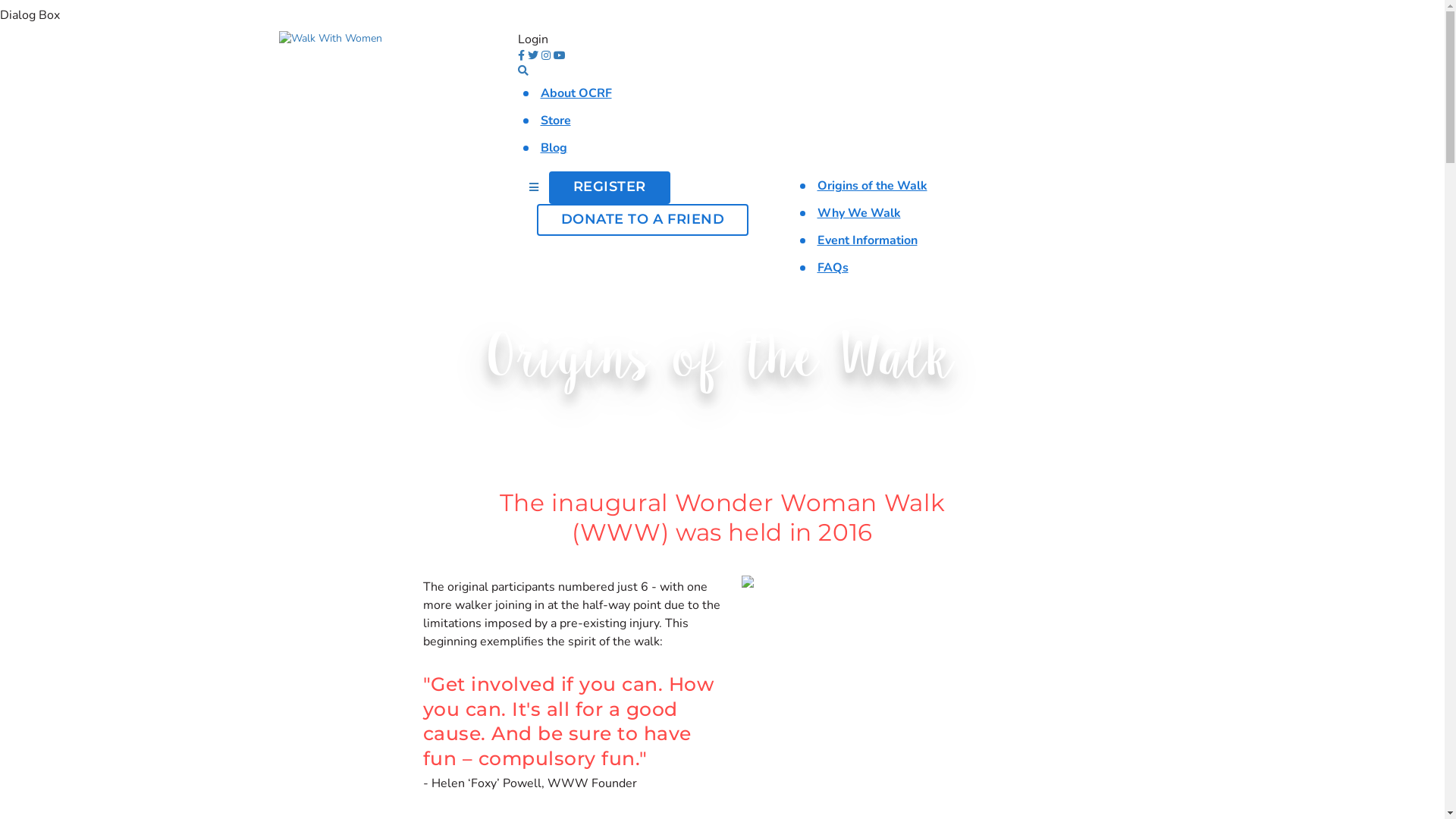 This screenshot has width=1456, height=819. Describe the element at coordinates (643, 220) in the screenshot. I see `'DONATE TO A FRIEND'` at that location.